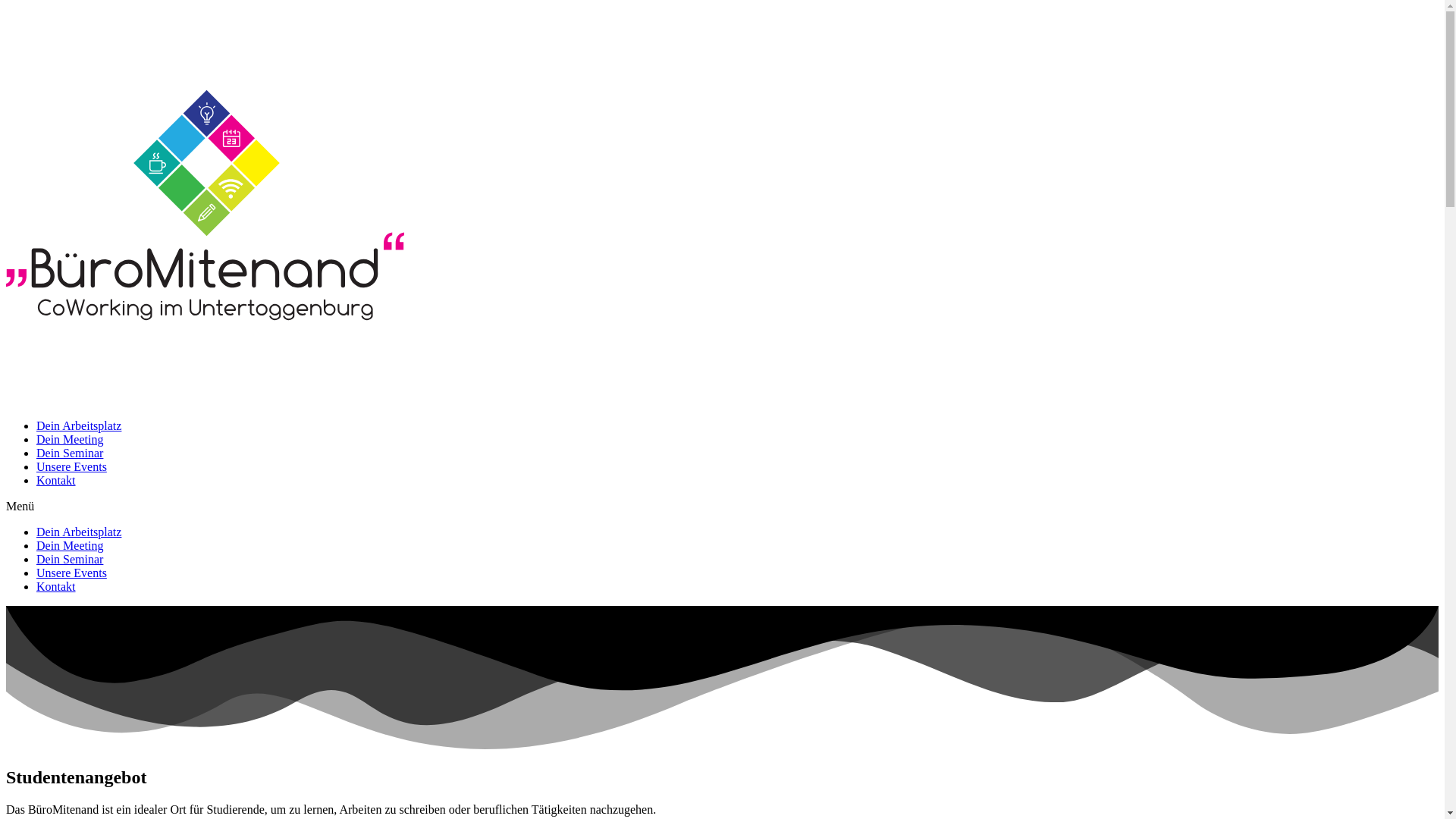 The width and height of the screenshot is (1456, 819). Describe the element at coordinates (36, 573) in the screenshot. I see `'Unsere Events'` at that location.